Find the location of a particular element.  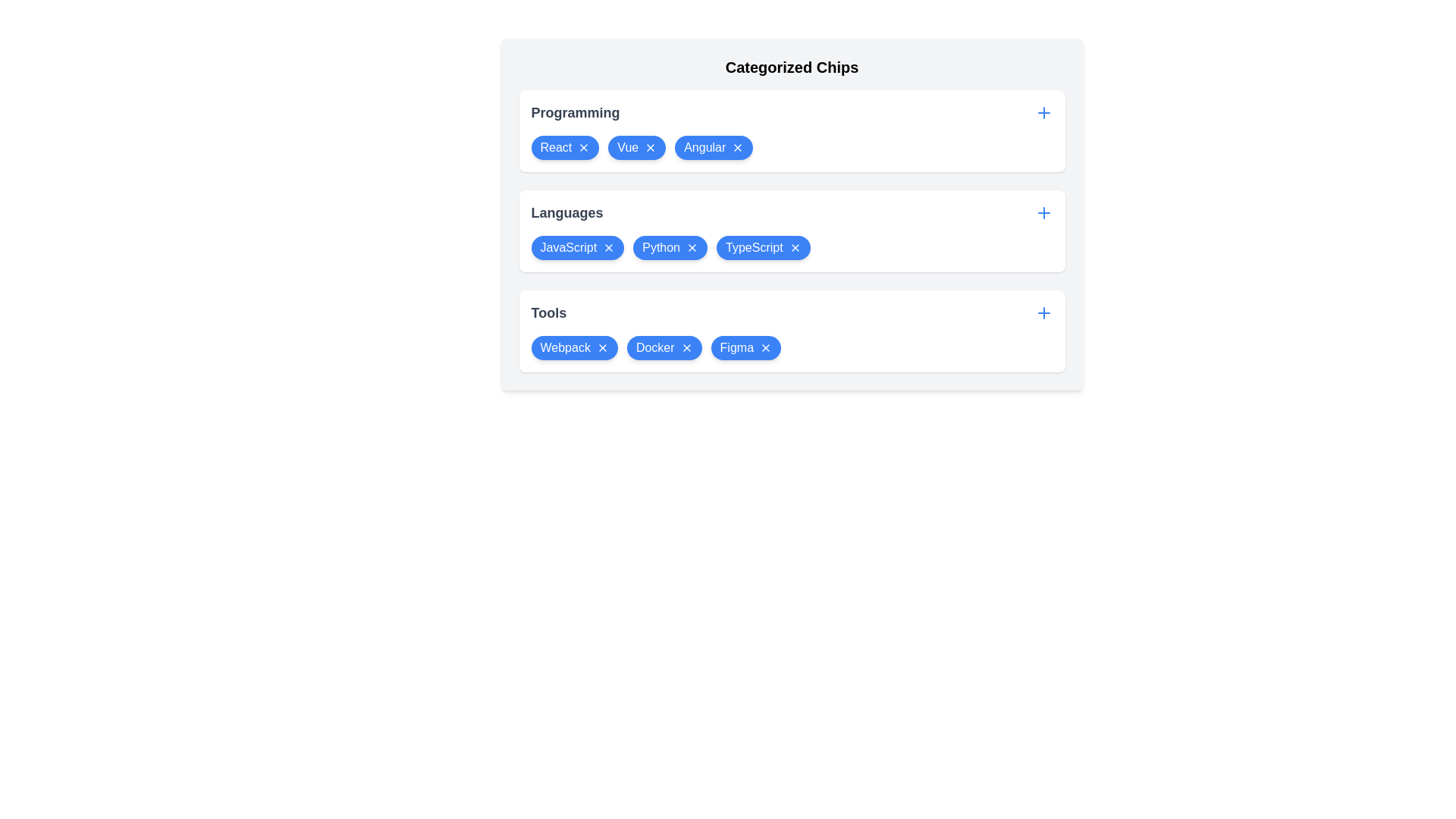

'X' icon on the chip labeled Docker in the category Tools is located at coordinates (686, 348).